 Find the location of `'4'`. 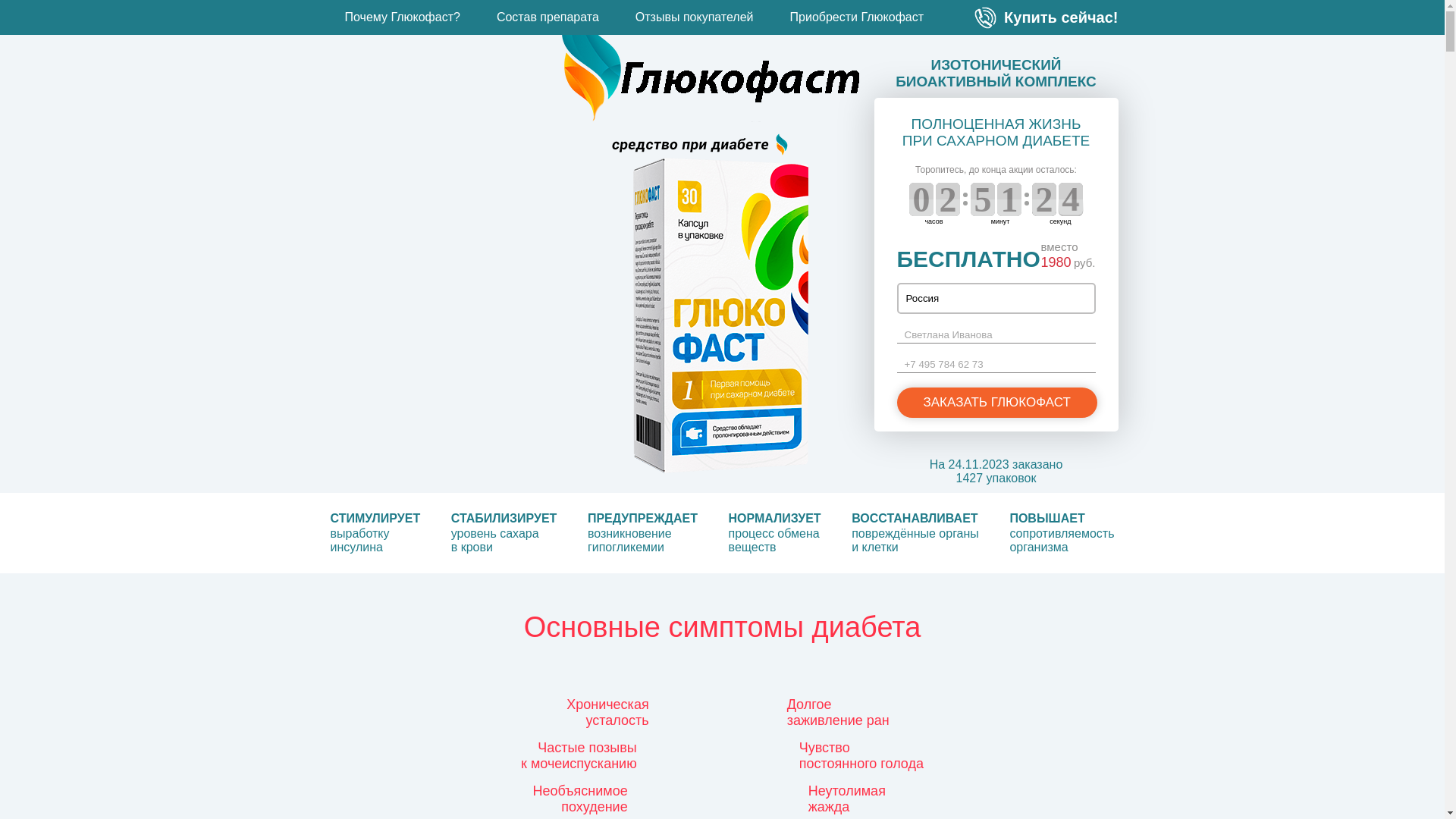

'4' is located at coordinates (1043, 198).